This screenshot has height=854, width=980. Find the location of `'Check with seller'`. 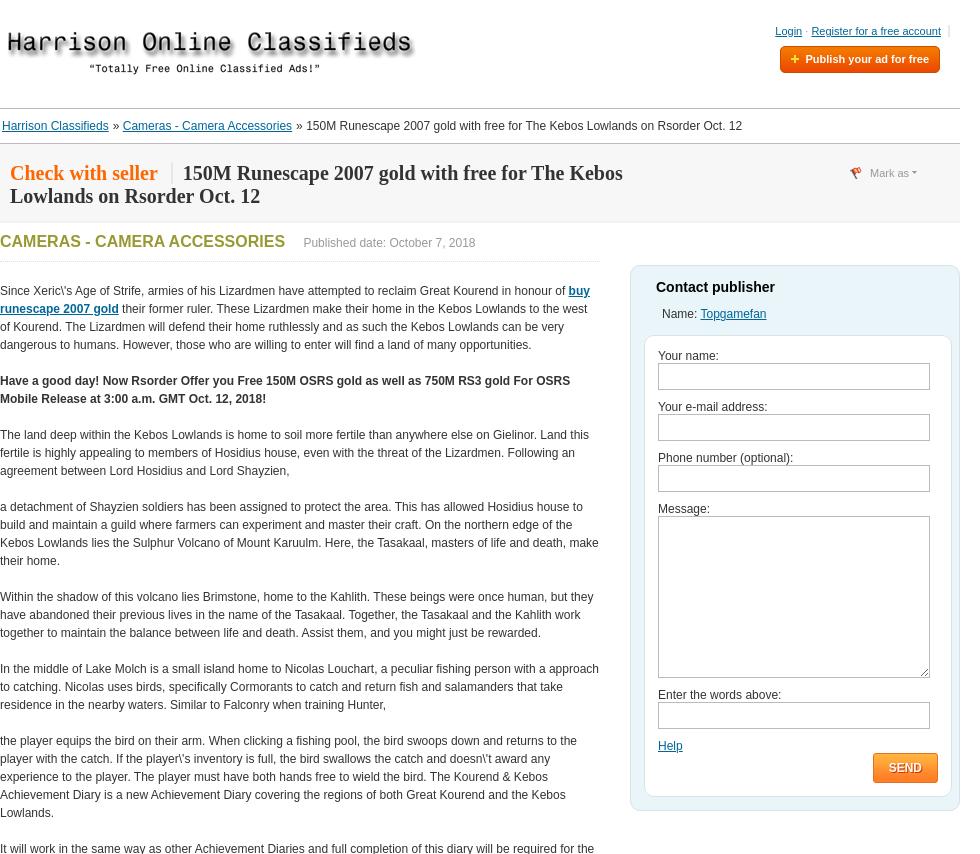

'Check with seller' is located at coordinates (83, 173).